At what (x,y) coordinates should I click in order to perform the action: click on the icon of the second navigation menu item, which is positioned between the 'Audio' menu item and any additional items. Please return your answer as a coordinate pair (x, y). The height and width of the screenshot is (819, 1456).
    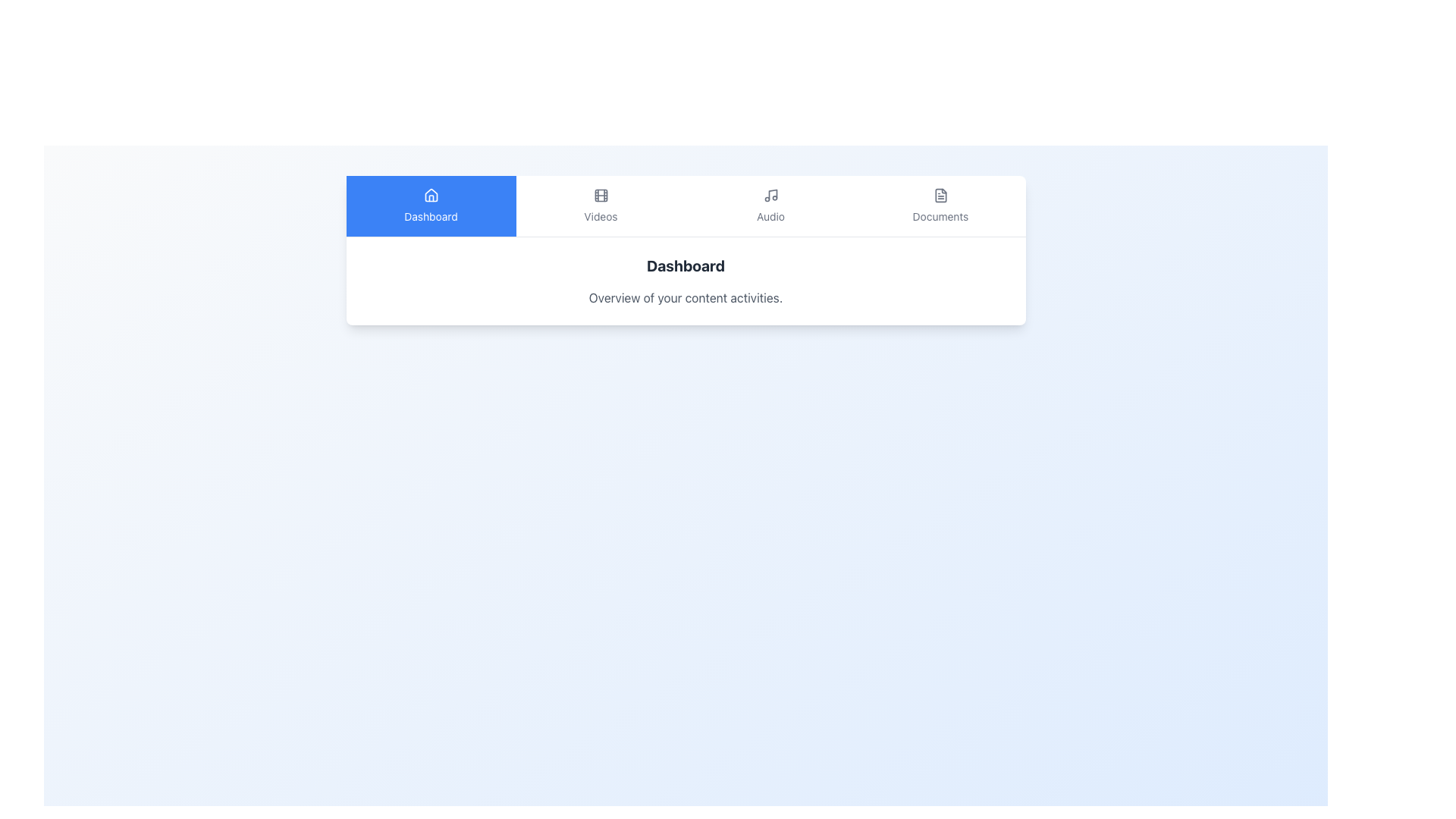
    Looking at the image, I should click on (940, 206).